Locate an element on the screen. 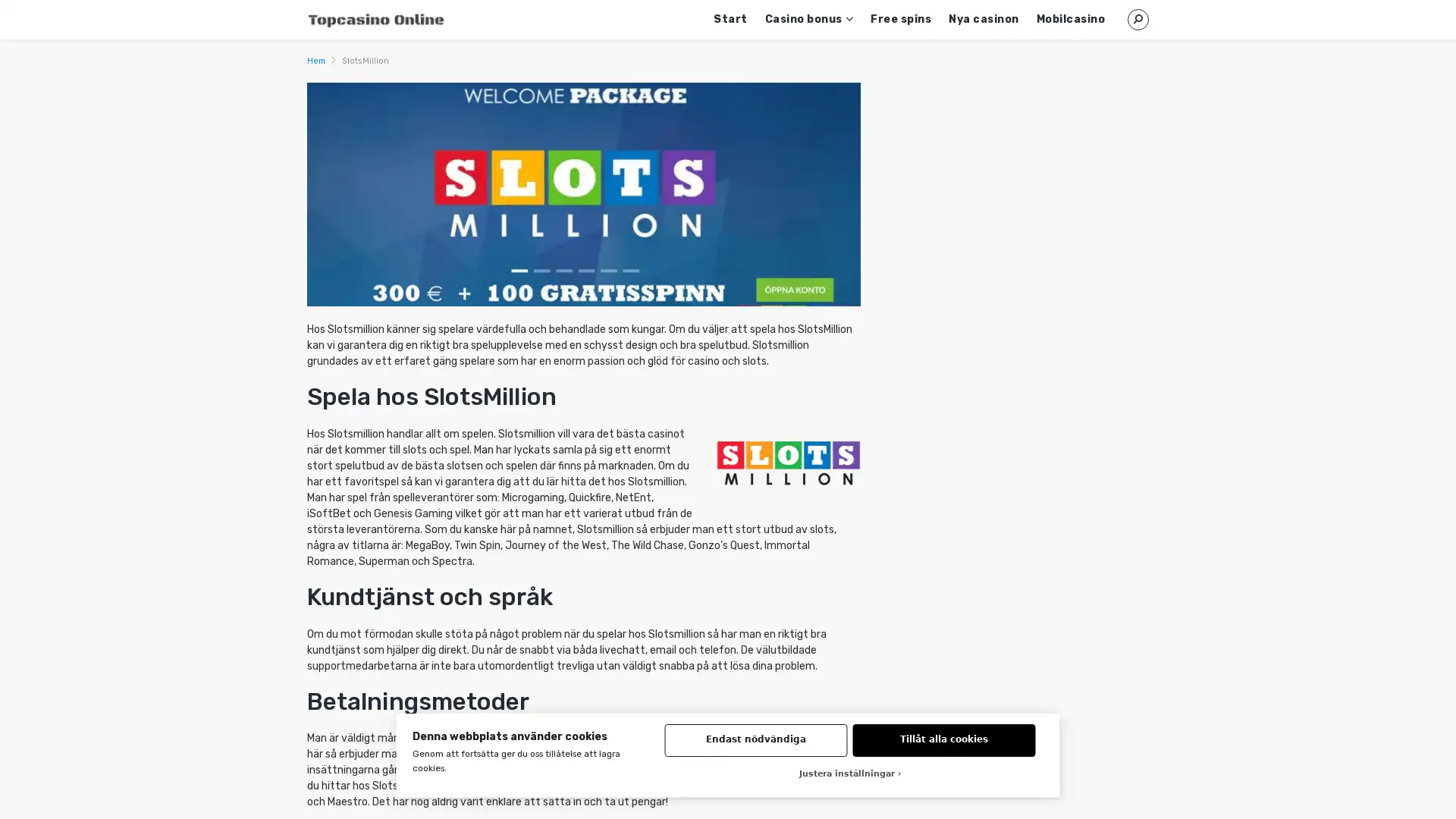  Endast nodvandiga is located at coordinates (755, 739).